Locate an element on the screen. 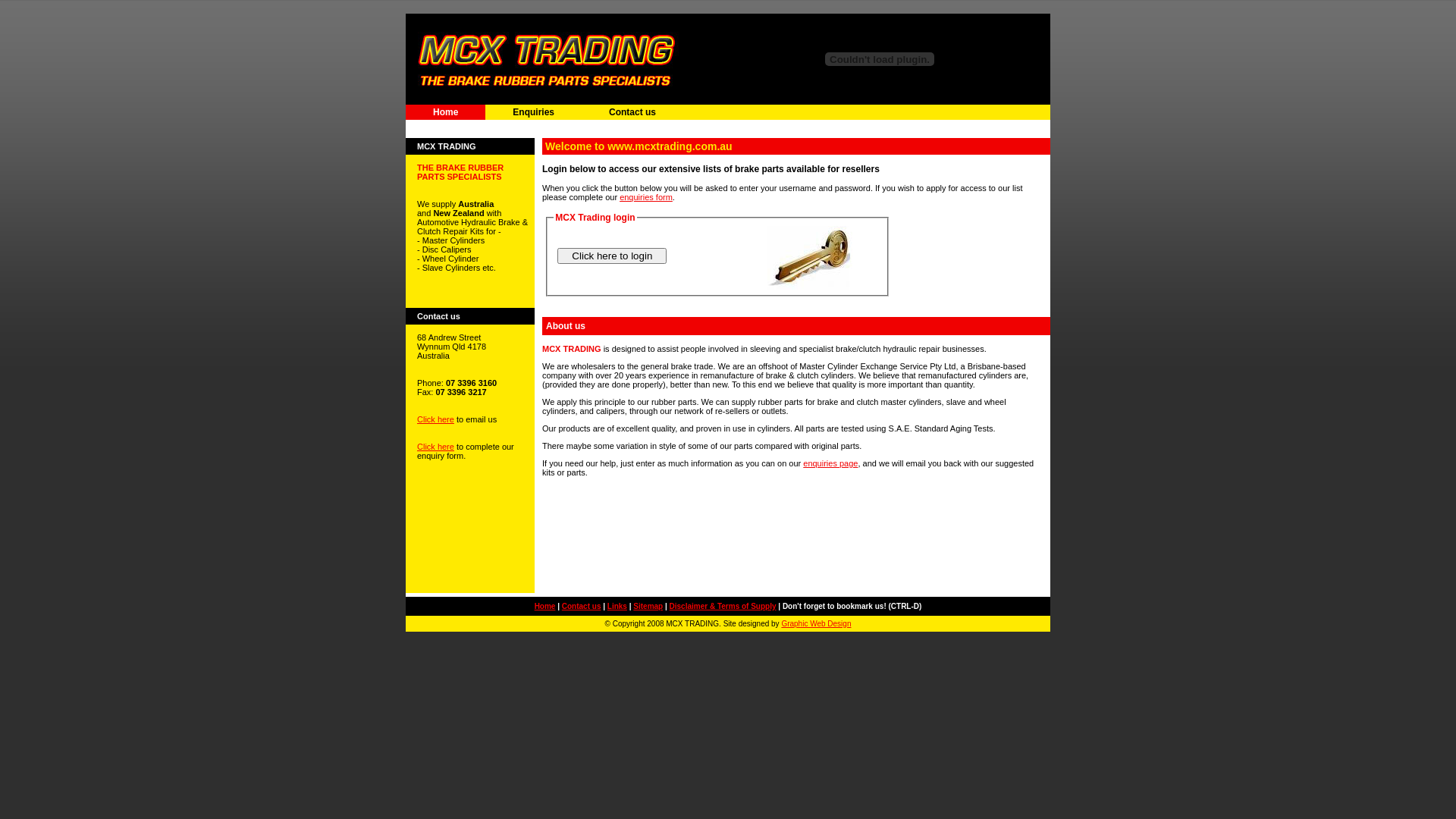 The image size is (1456, 819). 'Contact us' is located at coordinates (632, 111).